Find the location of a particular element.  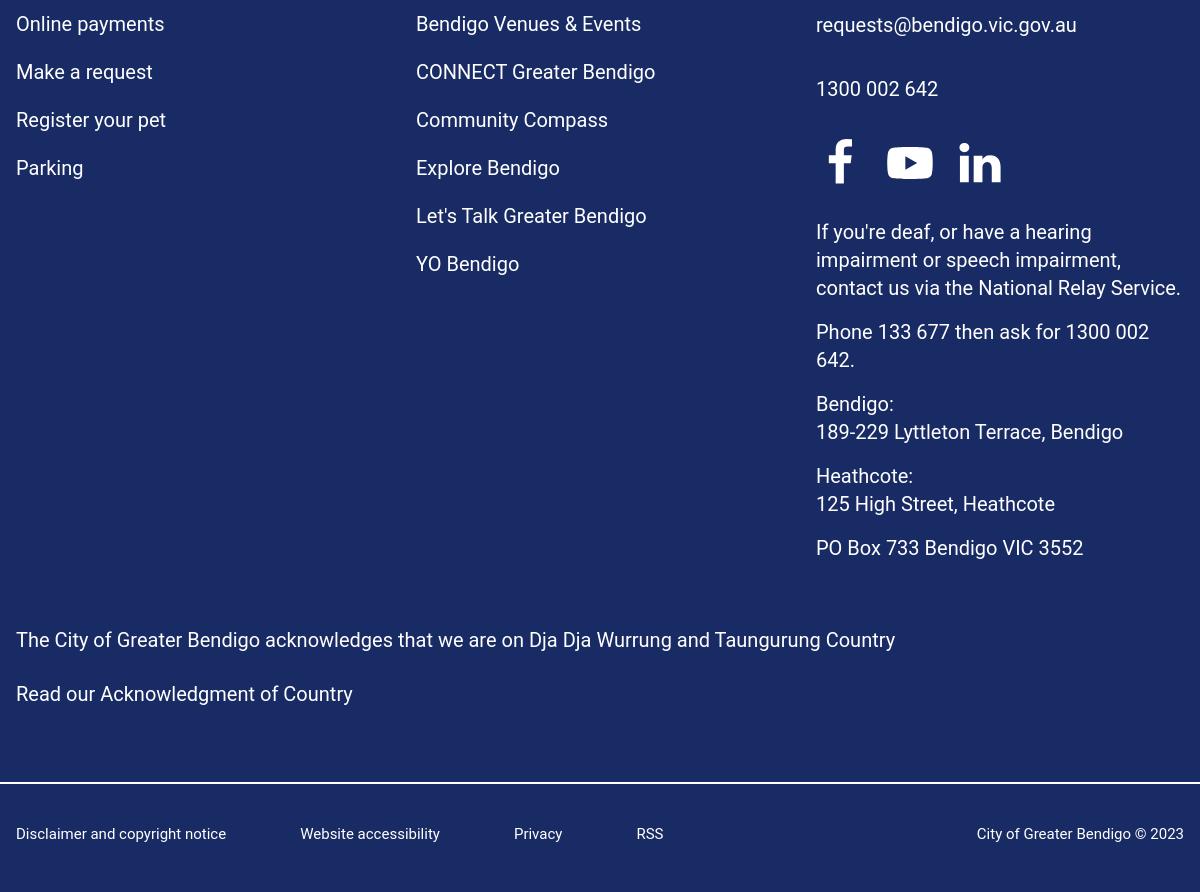

'The City of Greater Bendigo acknowledges that we are on Dja Dja Wurrung and Taungurung Country' is located at coordinates (454, 639).